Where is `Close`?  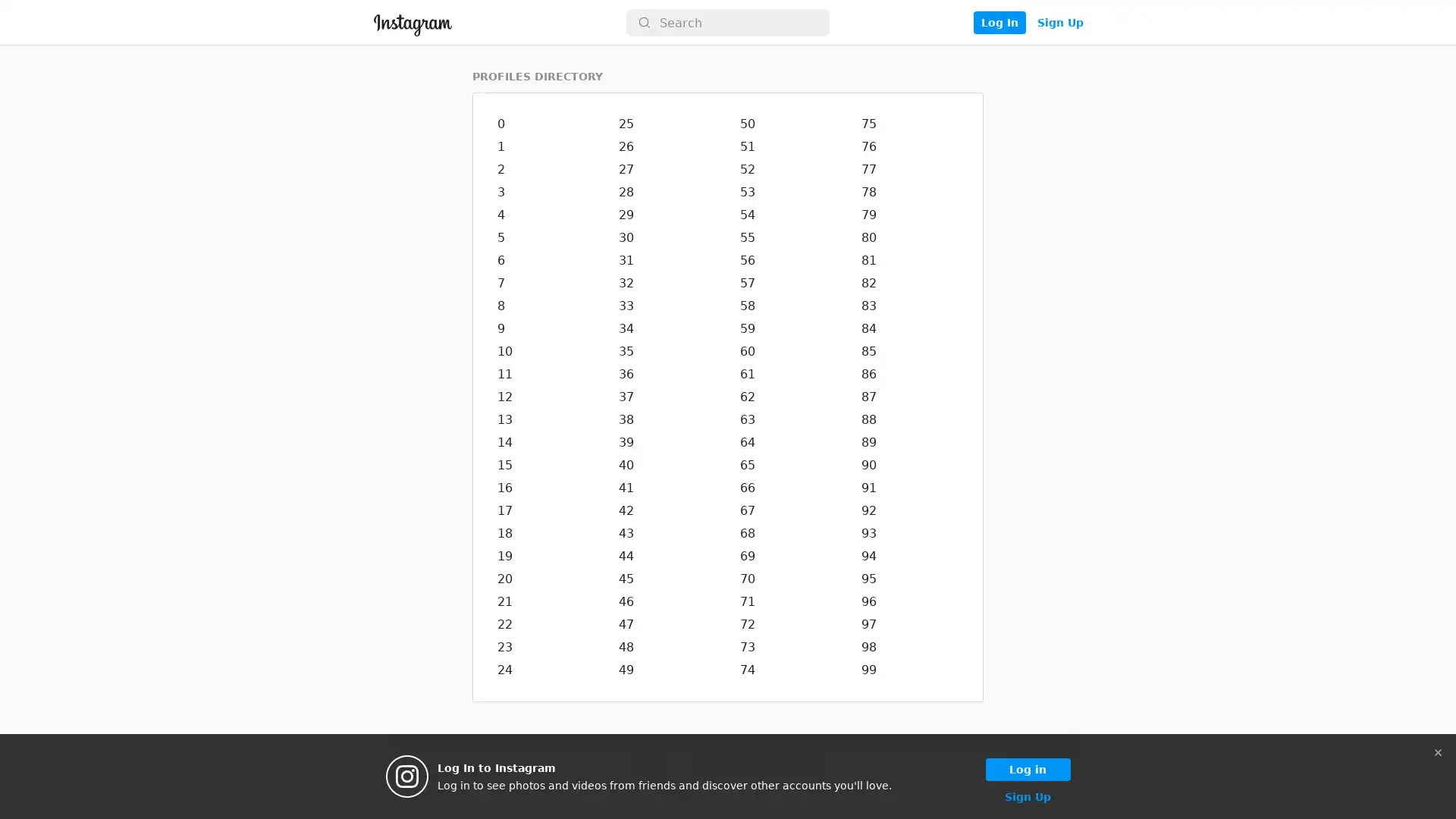 Close is located at coordinates (1437, 752).